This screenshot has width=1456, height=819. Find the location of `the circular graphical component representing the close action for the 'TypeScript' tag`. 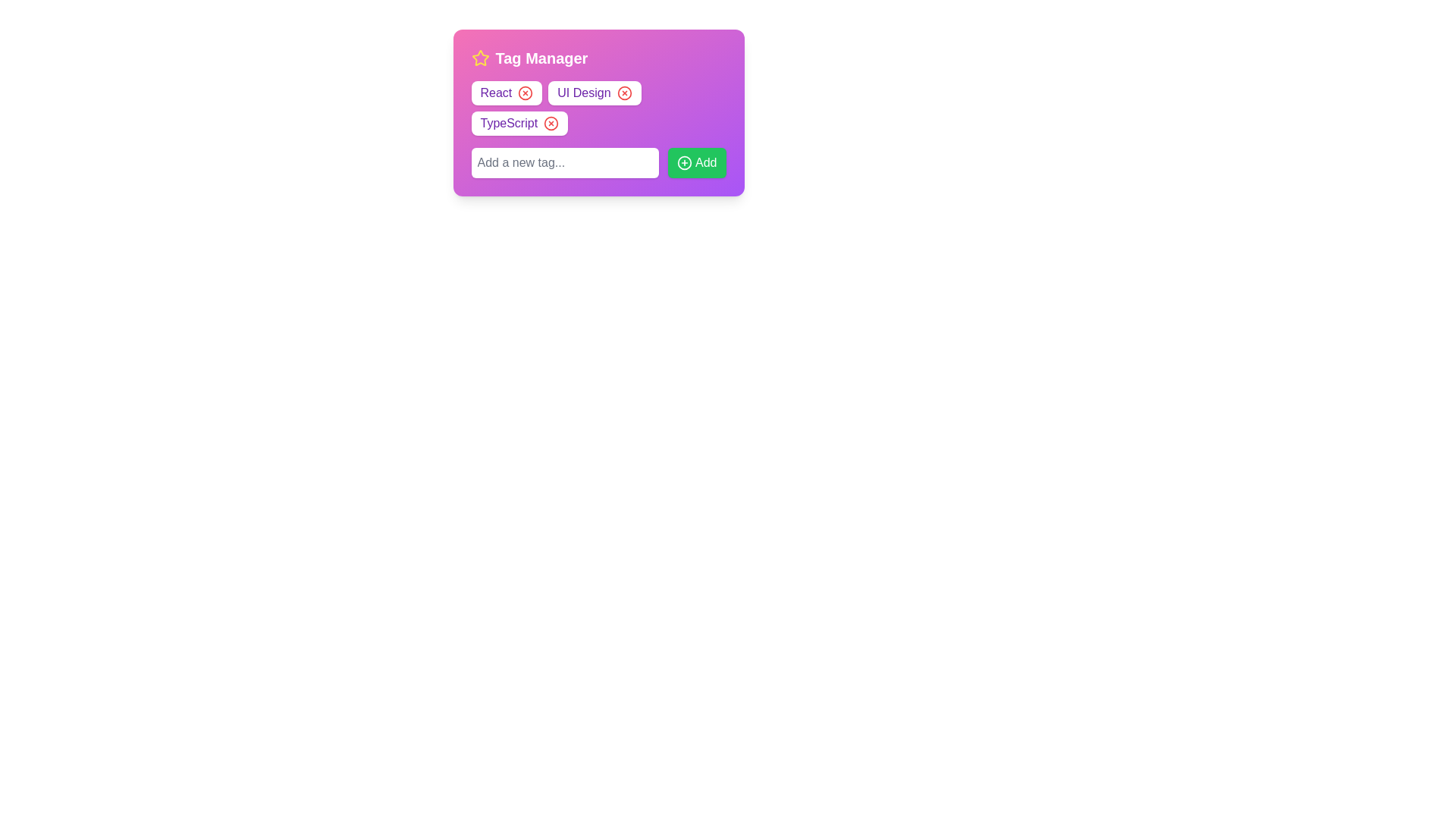

the circular graphical component representing the close action for the 'TypeScript' tag is located at coordinates (551, 122).